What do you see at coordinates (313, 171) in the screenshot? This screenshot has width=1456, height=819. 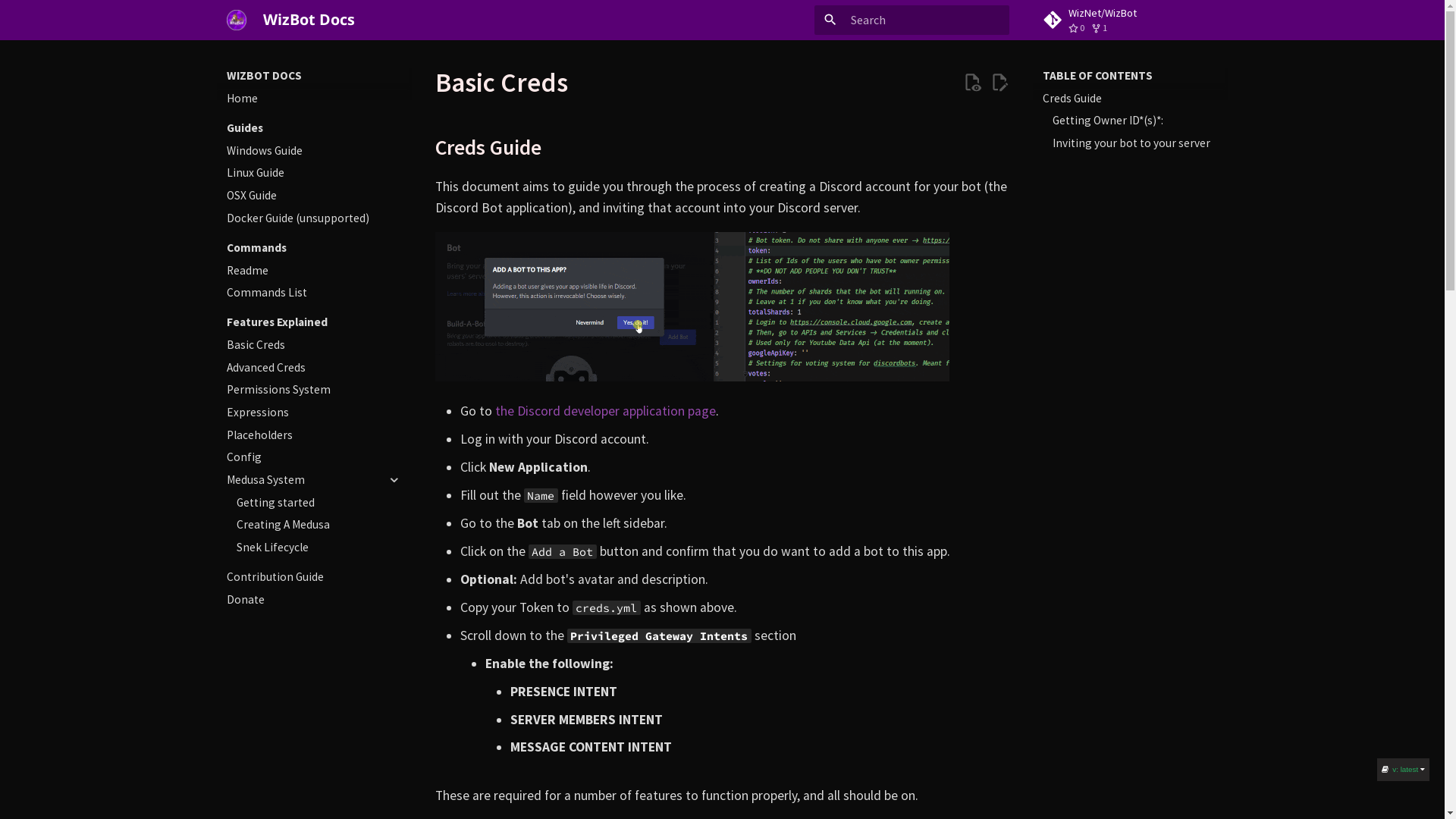 I see `'Linux Guide'` at bounding box center [313, 171].